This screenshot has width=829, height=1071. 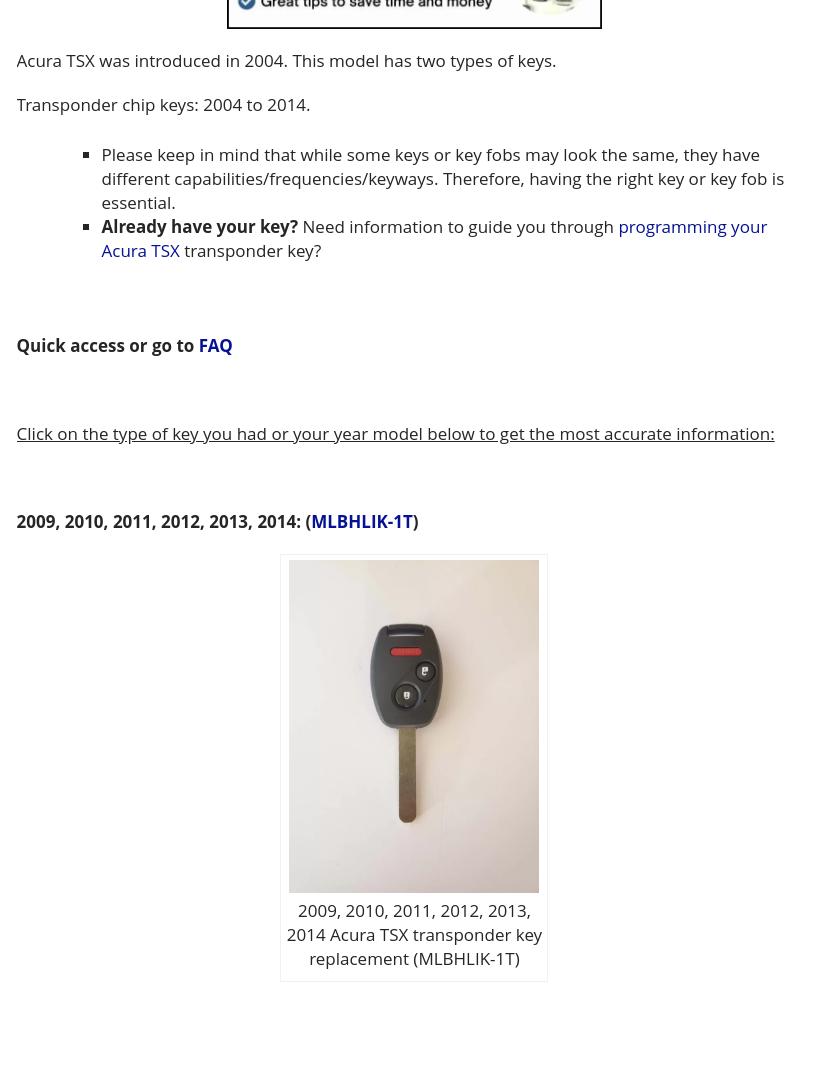 I want to click on 'Quick access or go to', so click(x=107, y=343).